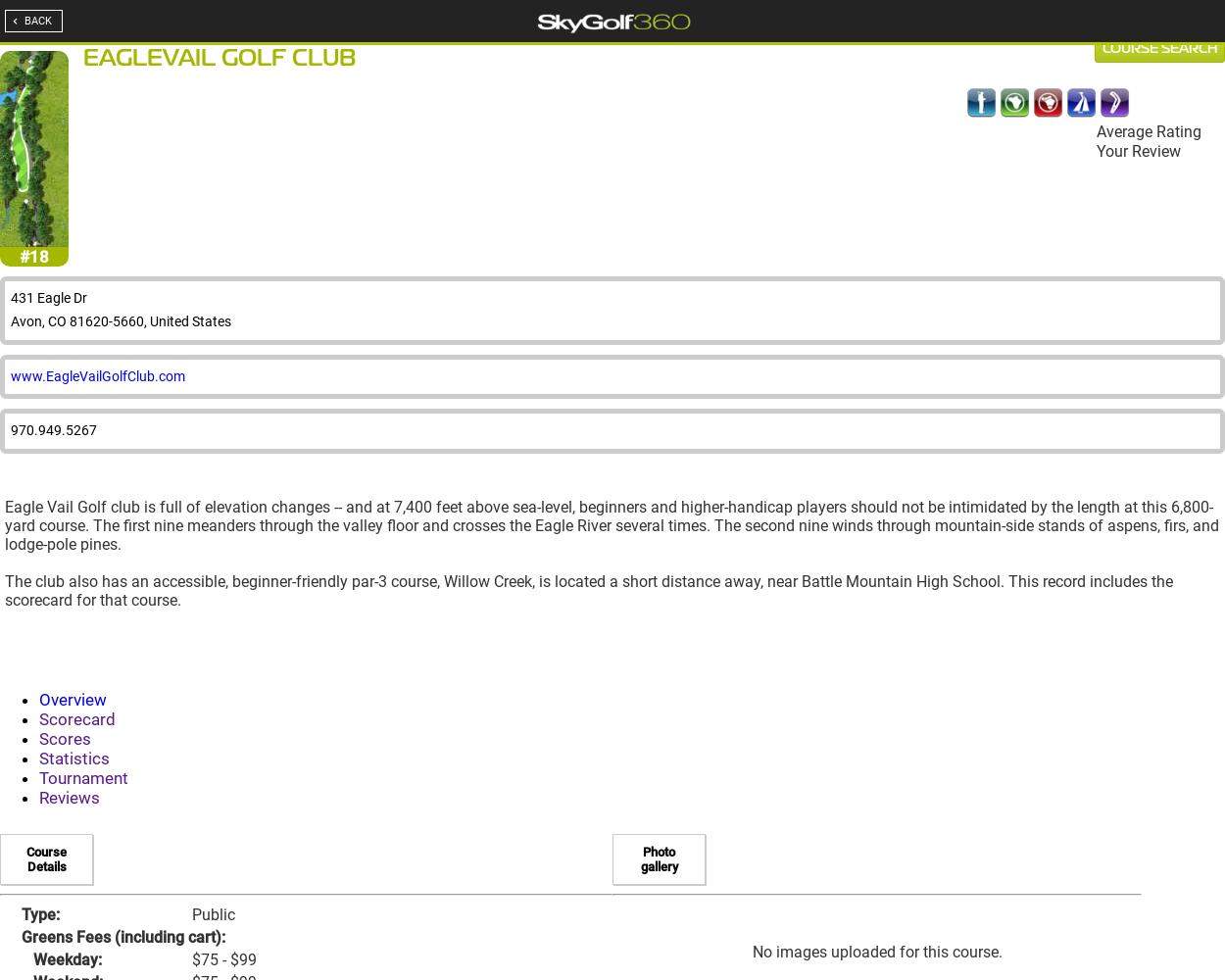 This screenshot has height=980, width=1225. What do you see at coordinates (1159, 49) in the screenshot?
I see `'Course Search'` at bounding box center [1159, 49].